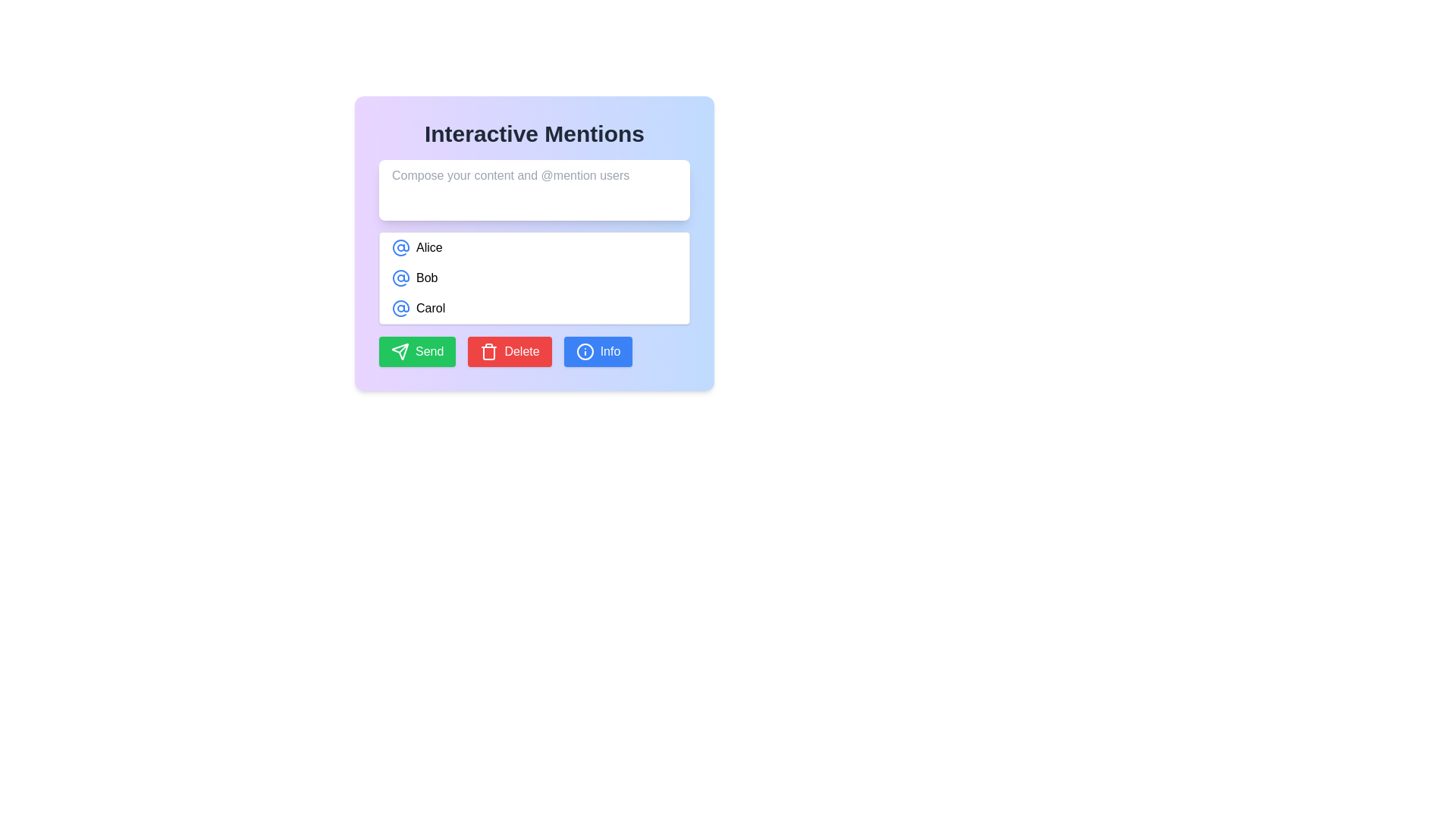 The height and width of the screenshot is (819, 1456). What do you see at coordinates (510, 351) in the screenshot?
I see `the middle delete button located between the green 'Send' button and the blue 'Info' button in the lower section of the interface` at bounding box center [510, 351].